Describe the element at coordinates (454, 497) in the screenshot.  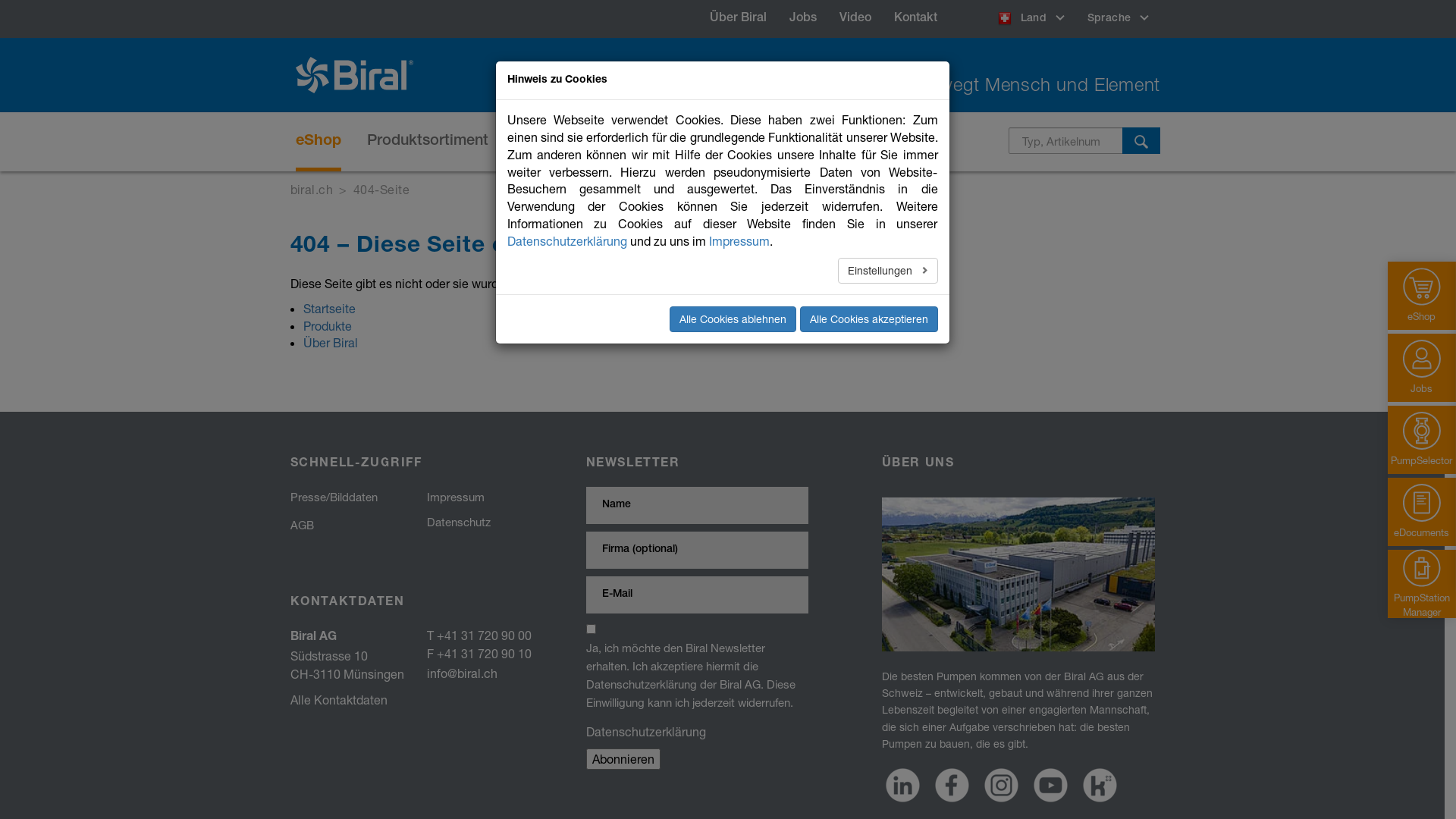
I see `'Impressum'` at that location.